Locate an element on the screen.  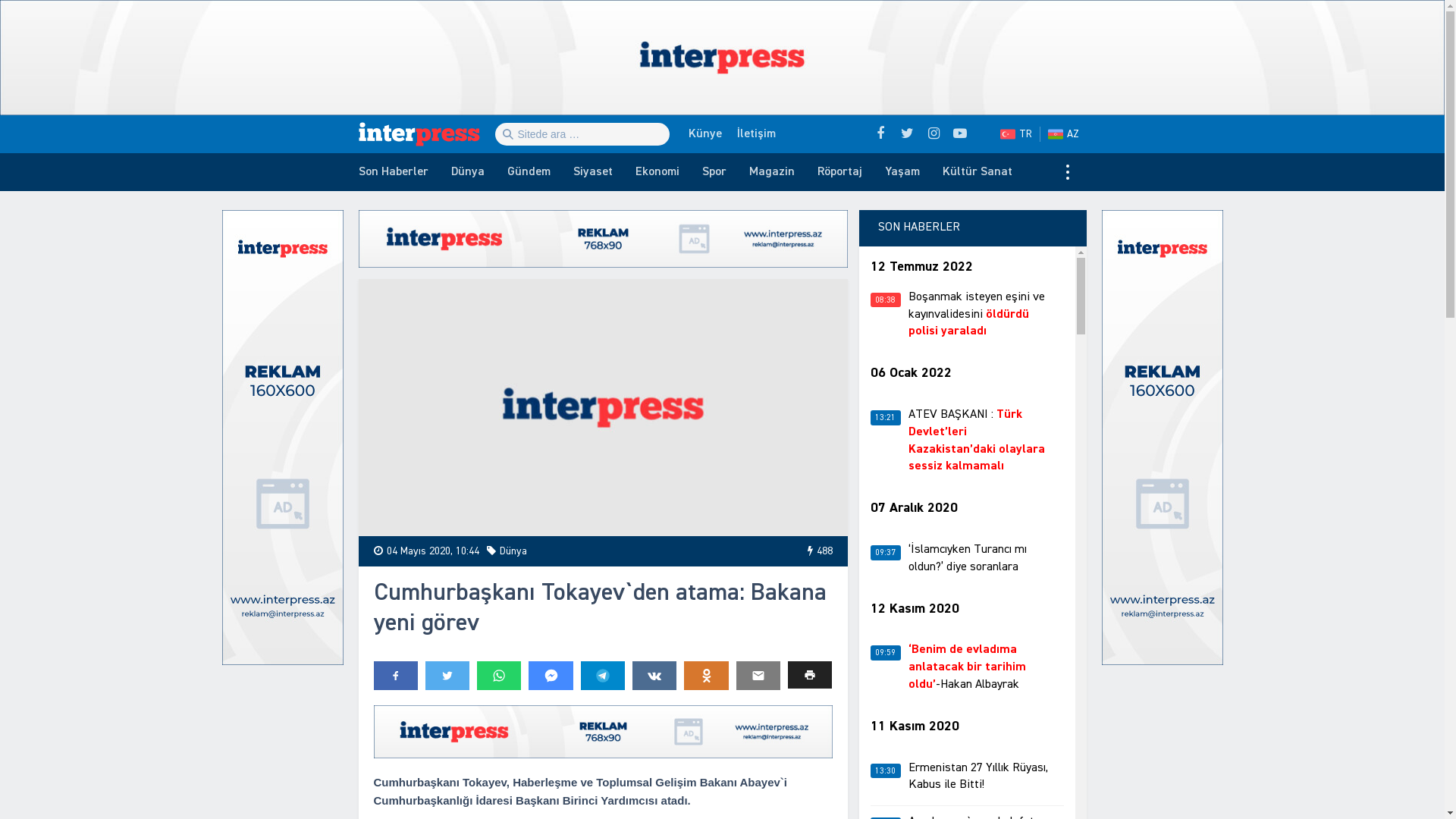
'Share: Facebook' is located at coordinates (395, 675).